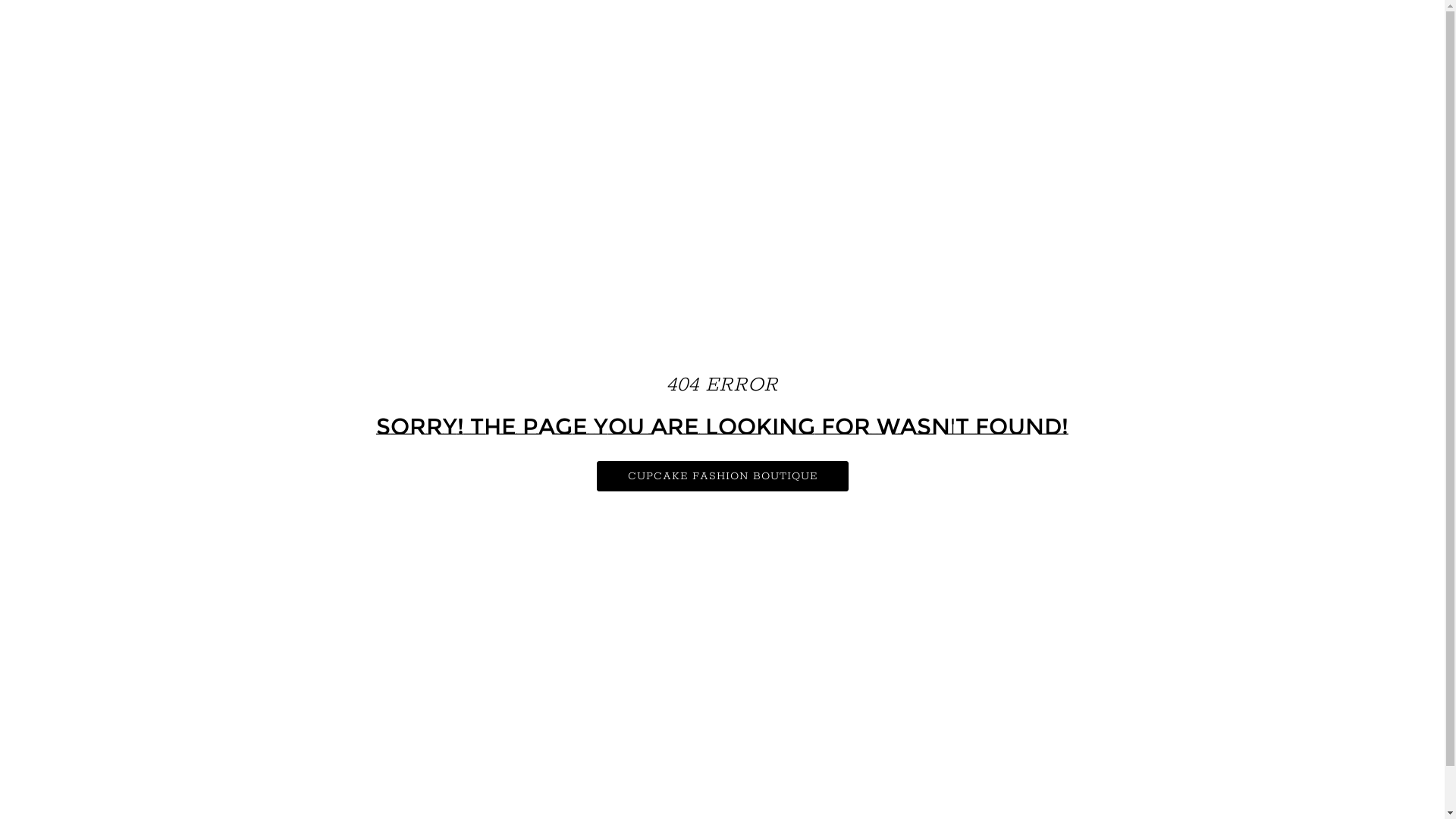 Image resolution: width=1456 pixels, height=819 pixels. What do you see at coordinates (720, 475) in the screenshot?
I see `'CUPCAKE FASHION BOUTIQUE'` at bounding box center [720, 475].